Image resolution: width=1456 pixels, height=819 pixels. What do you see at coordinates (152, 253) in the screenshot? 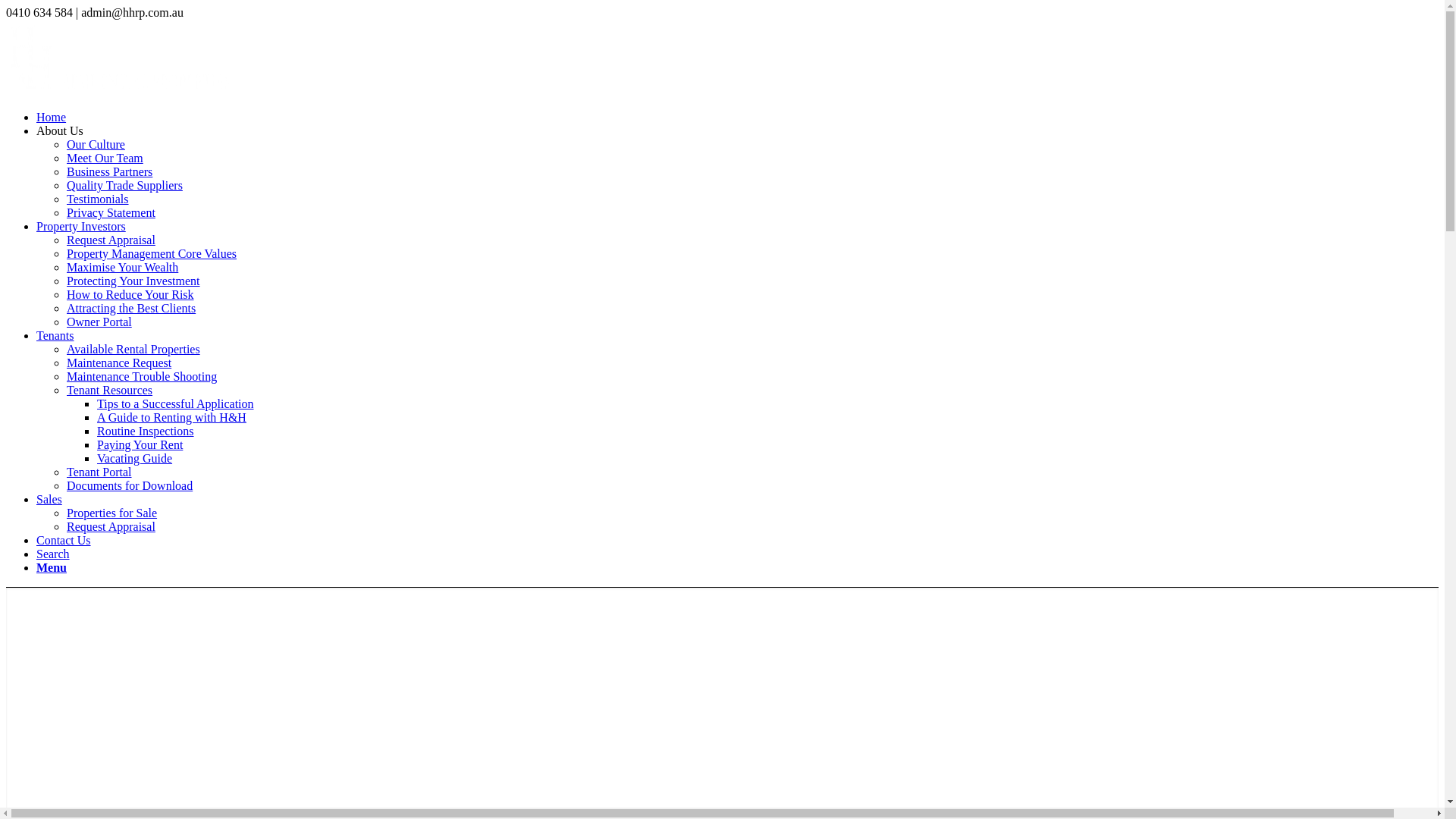
I see `'Property Management Core Values'` at bounding box center [152, 253].